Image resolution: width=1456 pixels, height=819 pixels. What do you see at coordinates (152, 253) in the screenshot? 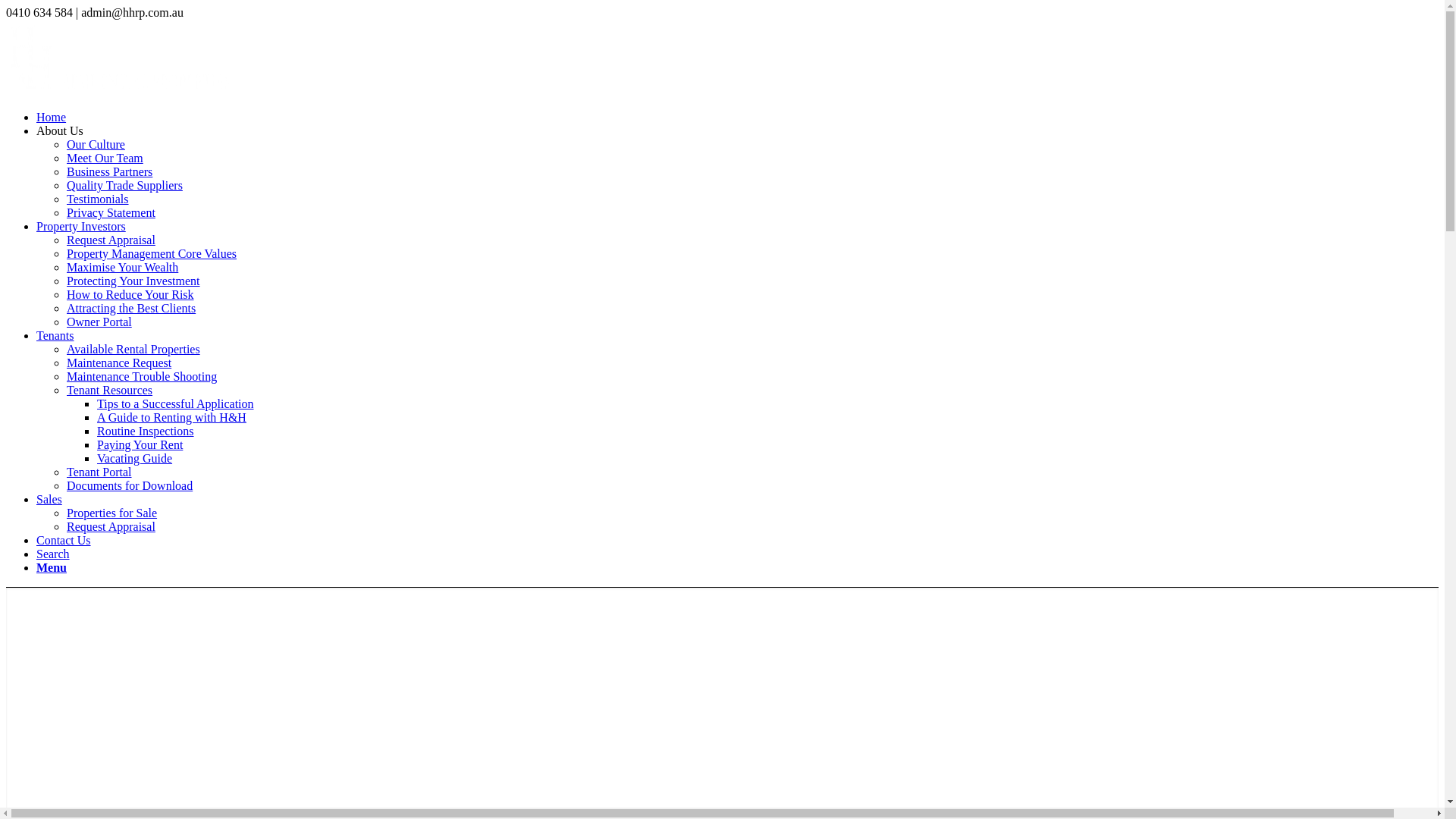
I see `'Property Management Core Values'` at bounding box center [152, 253].